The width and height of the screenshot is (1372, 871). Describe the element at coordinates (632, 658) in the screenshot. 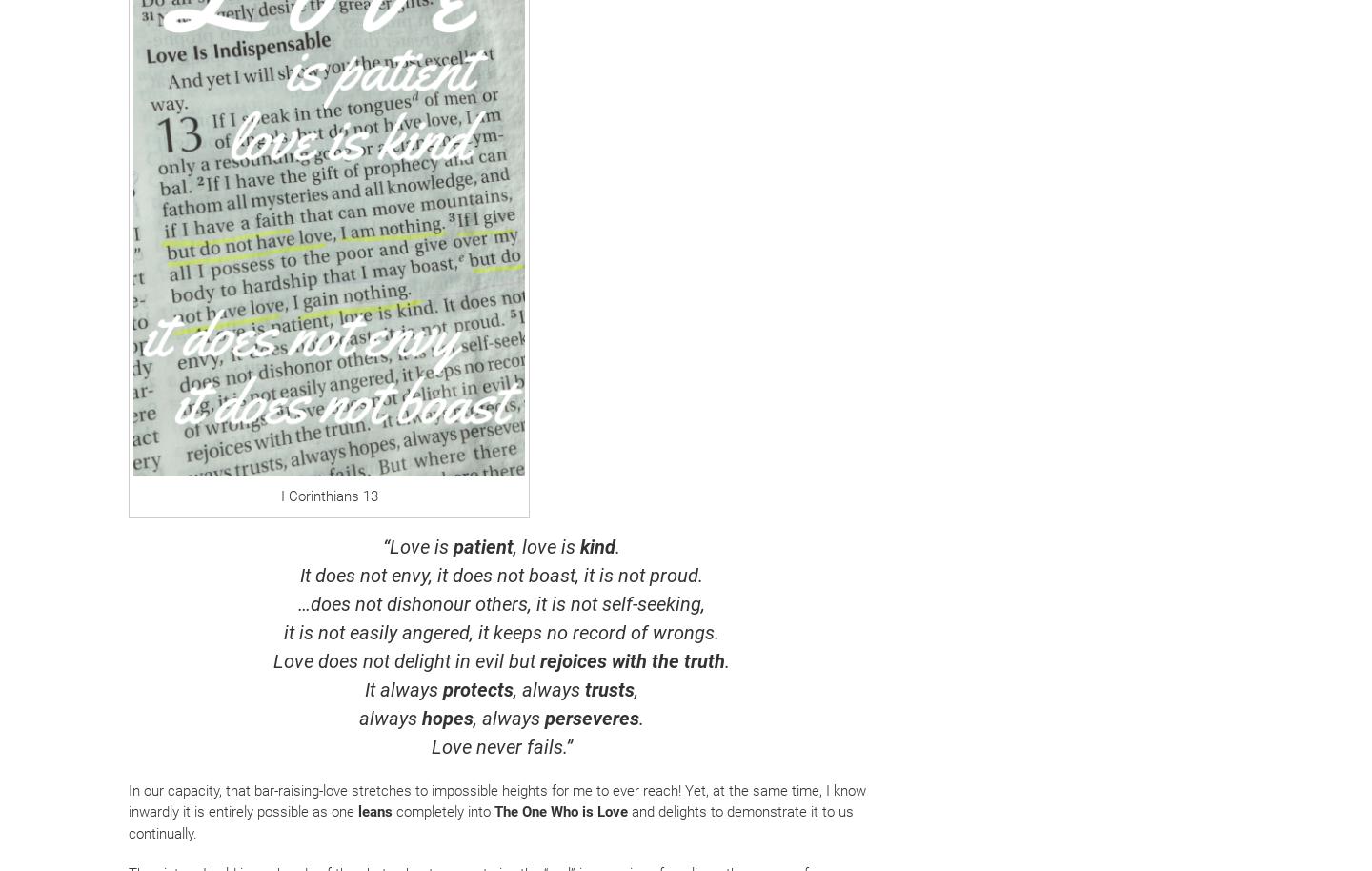

I see `'rejoices with the truth'` at that location.